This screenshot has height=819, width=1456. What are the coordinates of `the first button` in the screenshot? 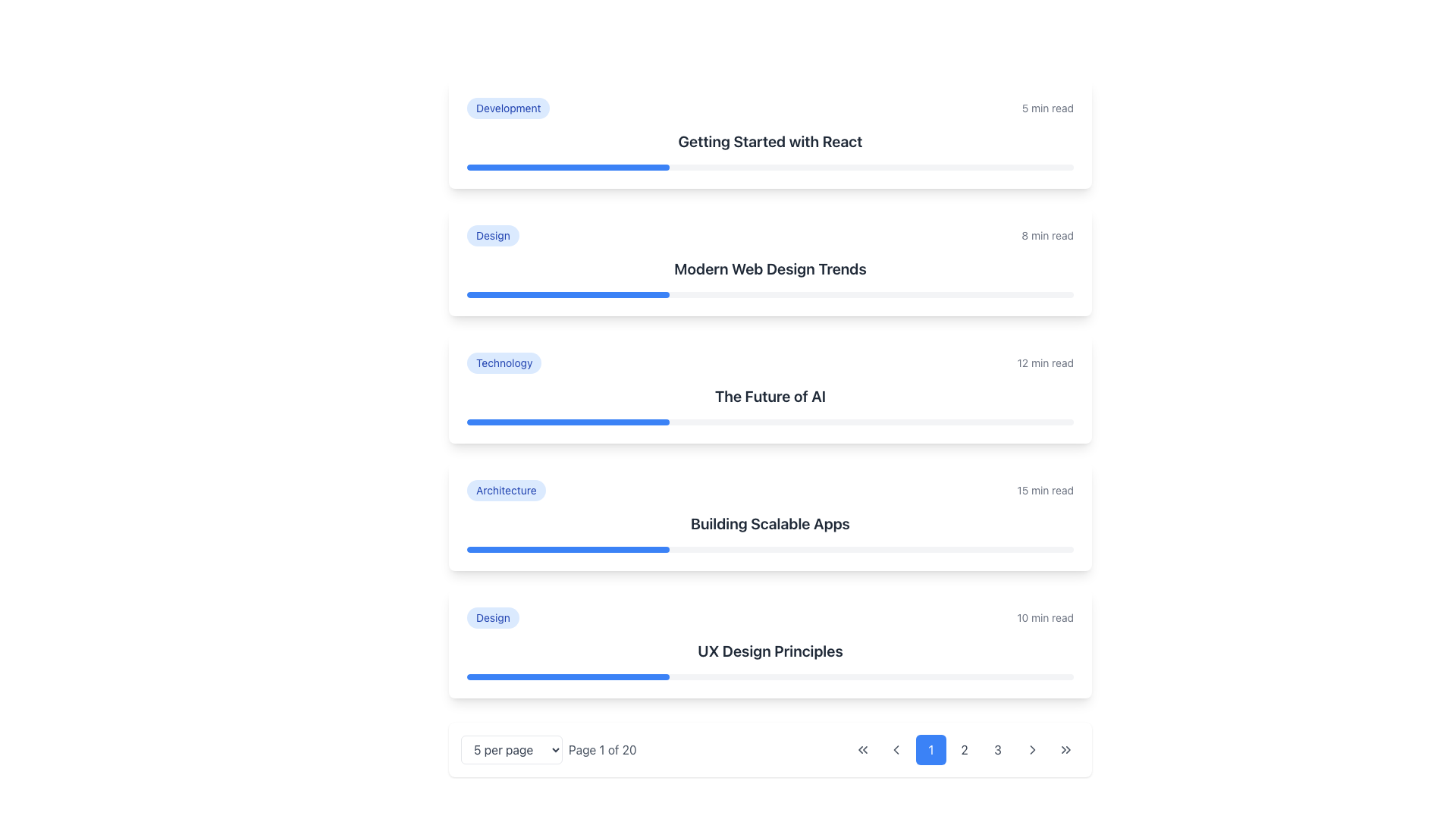 It's located at (862, 748).